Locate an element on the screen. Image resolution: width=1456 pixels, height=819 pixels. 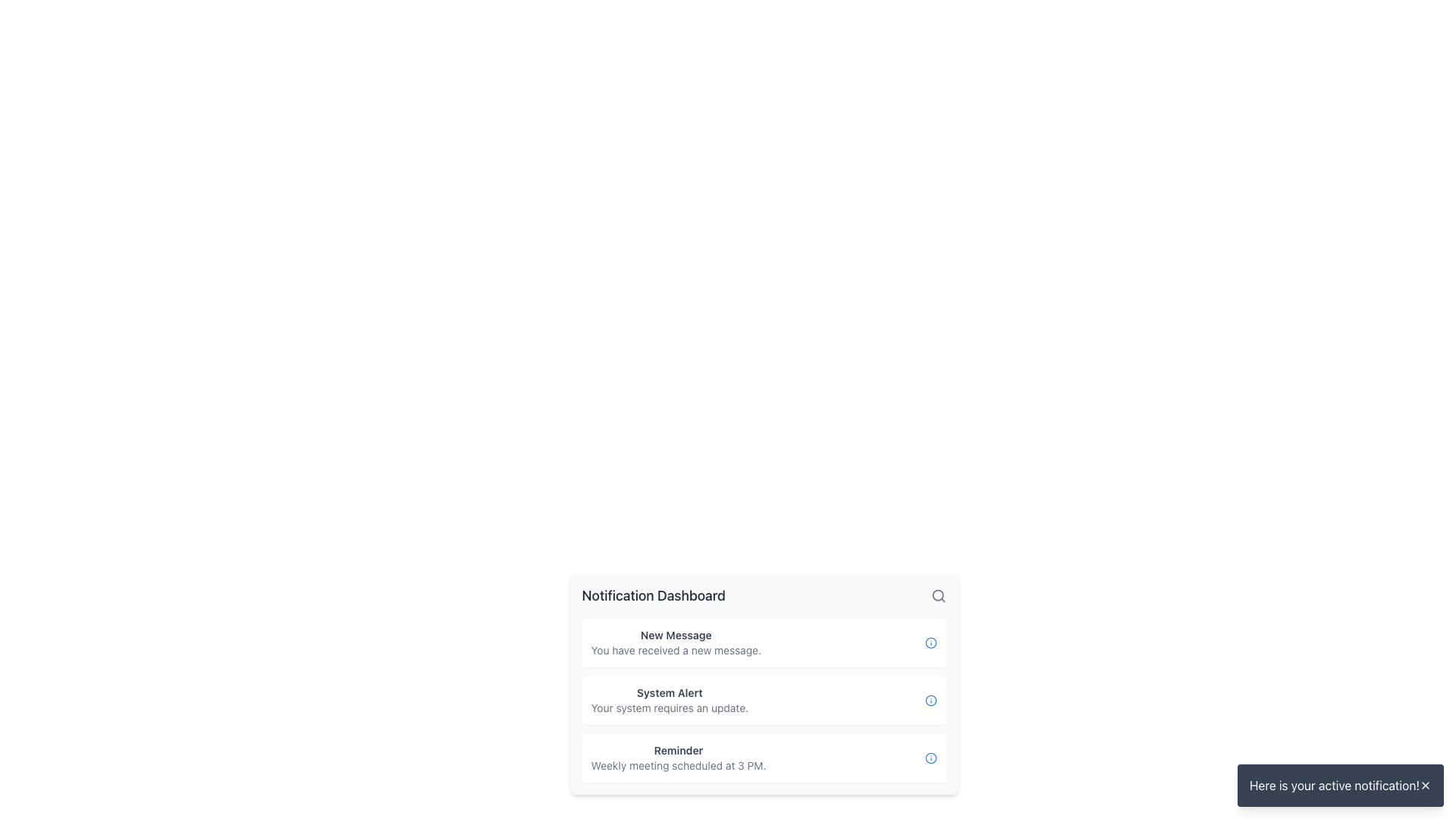
notification text from the second notification item in the notification dashboard, which displays a system alert message regarding required system updates is located at coordinates (669, 701).